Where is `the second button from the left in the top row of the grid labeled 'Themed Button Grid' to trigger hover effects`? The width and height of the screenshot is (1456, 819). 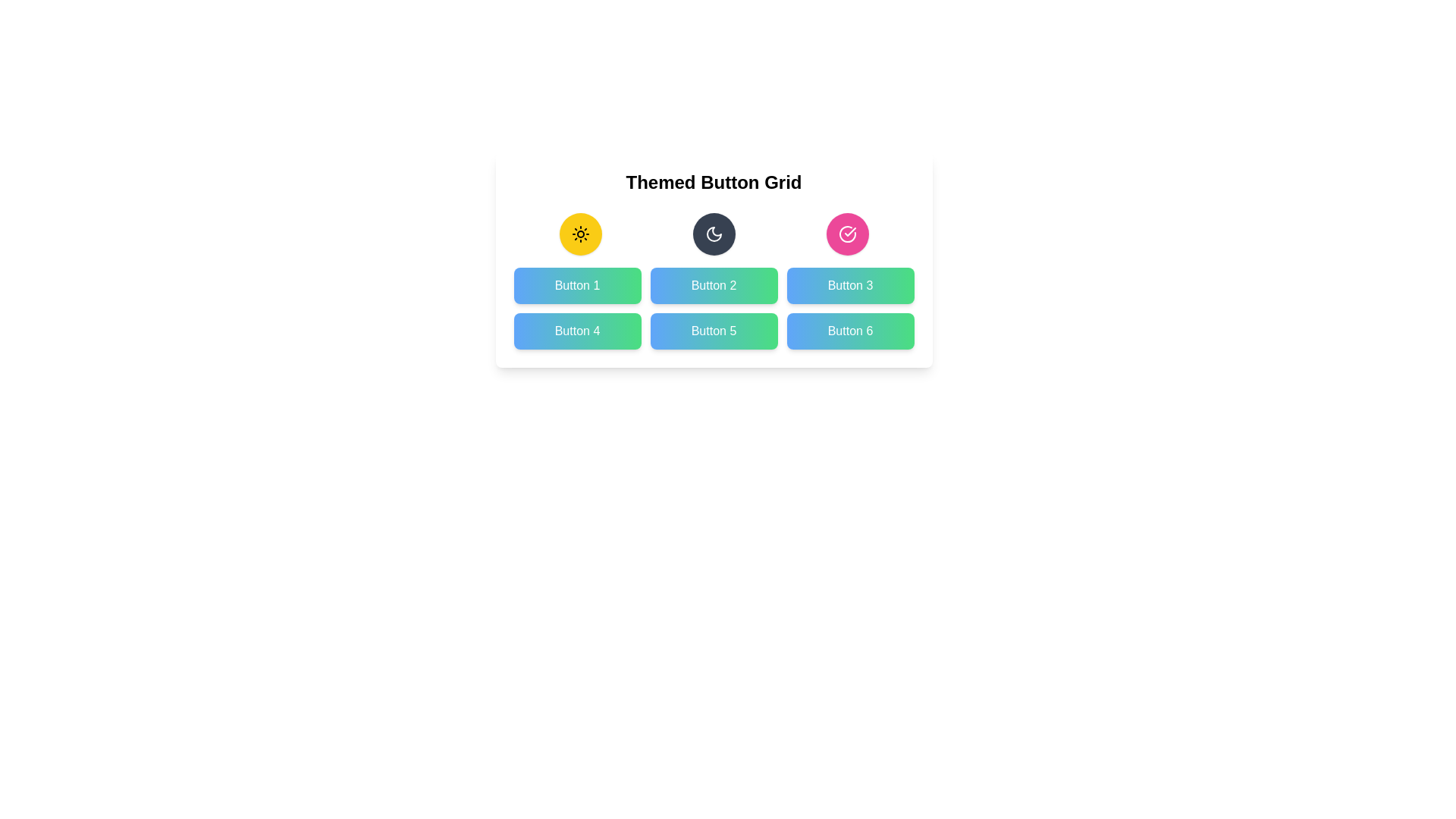 the second button from the left in the top row of the grid labeled 'Themed Button Grid' to trigger hover effects is located at coordinates (713, 286).